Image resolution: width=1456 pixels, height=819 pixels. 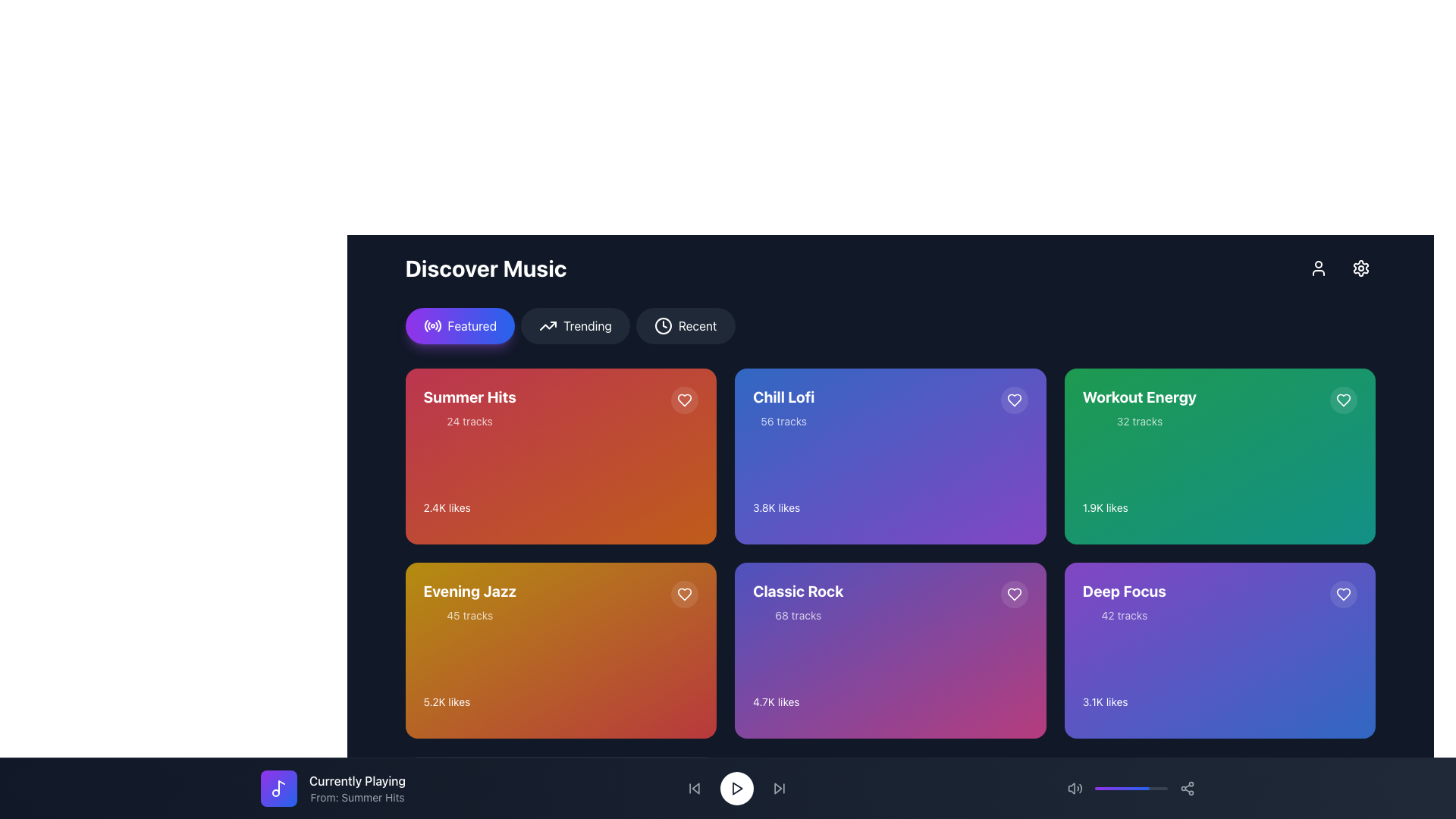 I want to click on the text label displaying the number of likes for the 'Chill Lofi' card, which is positioned in the bottom-left corner of the card, so click(x=777, y=508).